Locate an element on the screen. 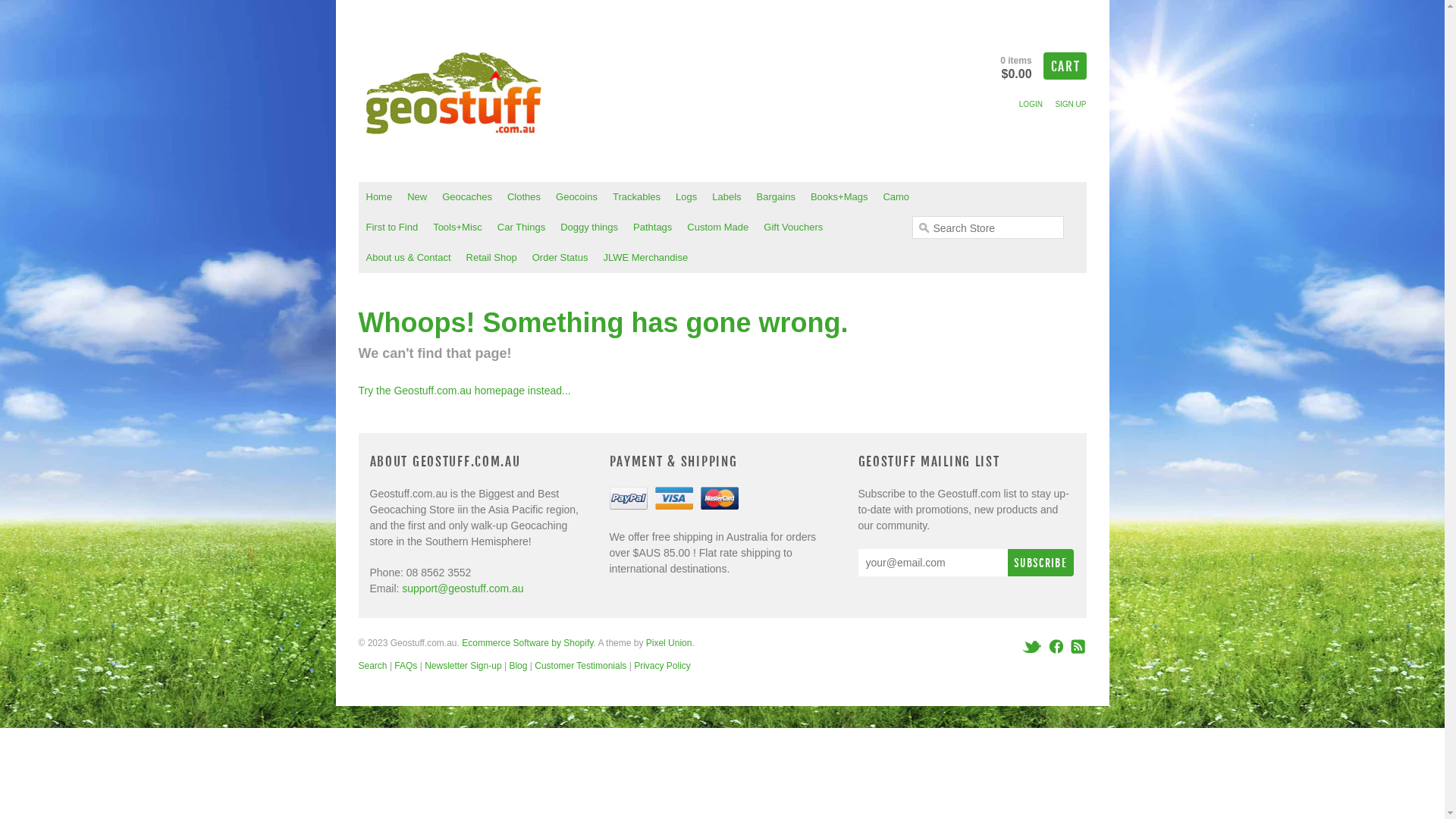 This screenshot has width=1456, height=819. 'Home' is located at coordinates (378, 196).